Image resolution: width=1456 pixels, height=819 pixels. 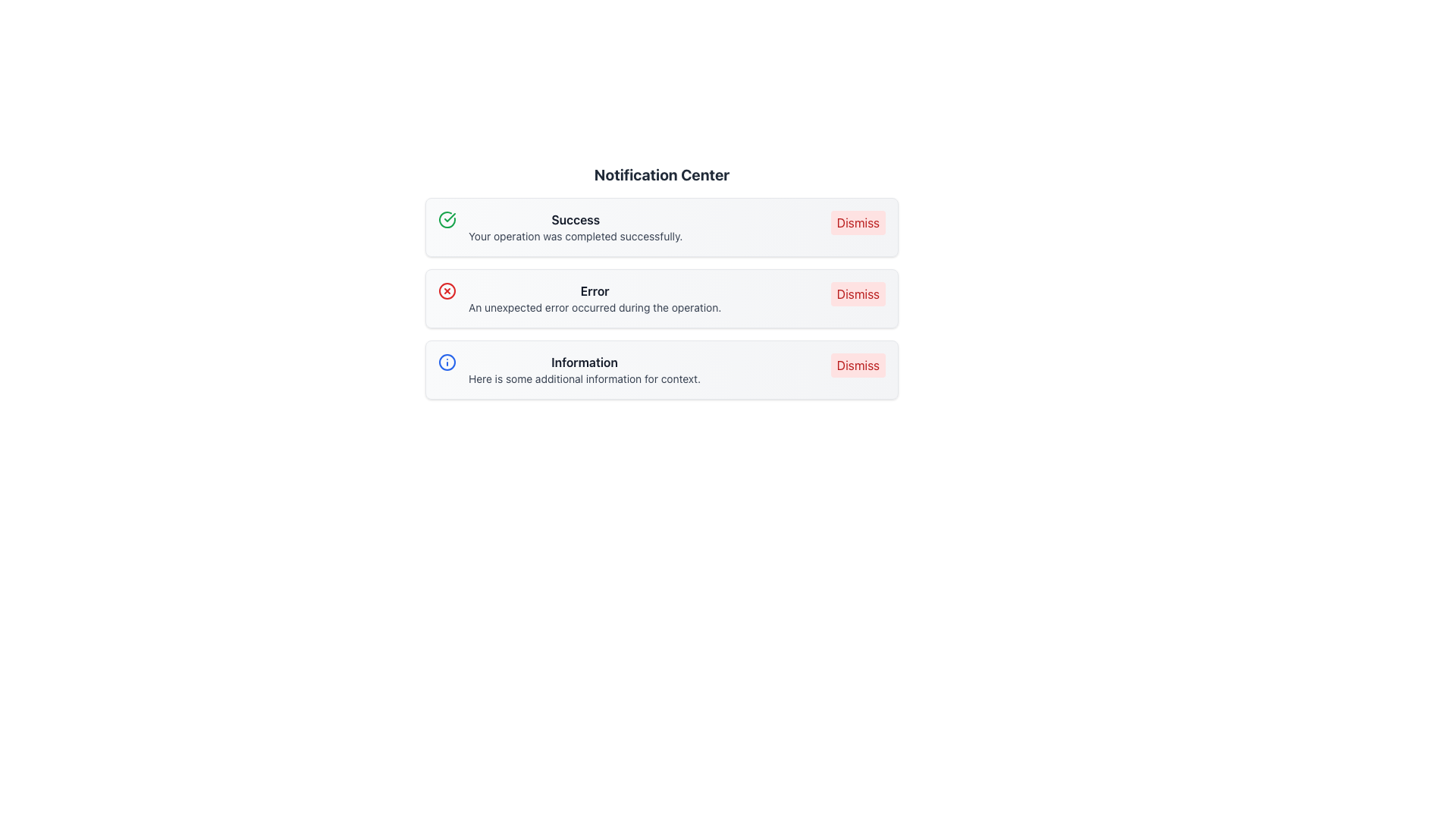 What do you see at coordinates (449, 217) in the screenshot?
I see `the green checkmark icon located inside the first notification card in the 'Notification Center' section, which is aligned to the left of the notification message` at bounding box center [449, 217].